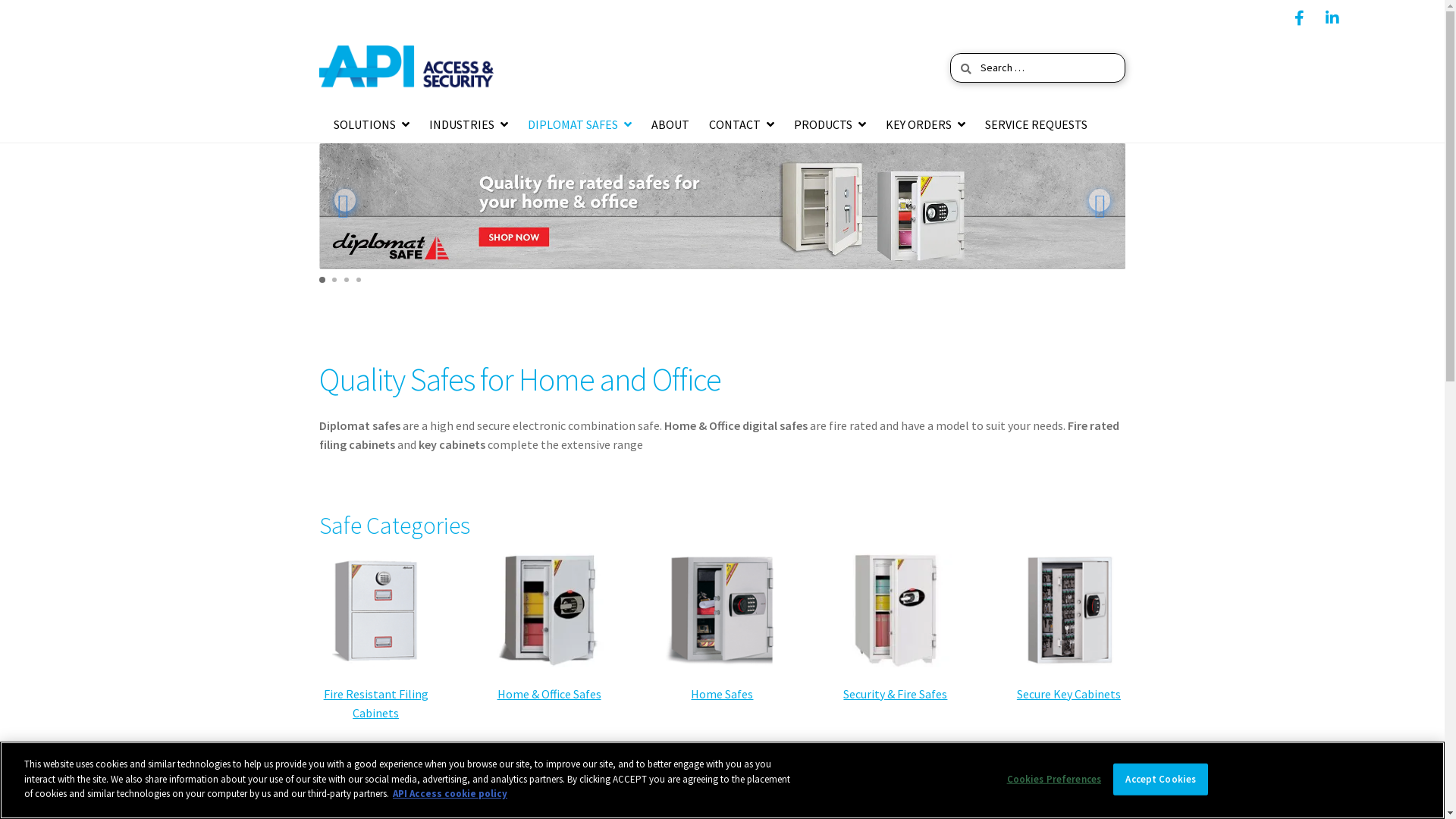  I want to click on 'ABOUT', so click(669, 124).